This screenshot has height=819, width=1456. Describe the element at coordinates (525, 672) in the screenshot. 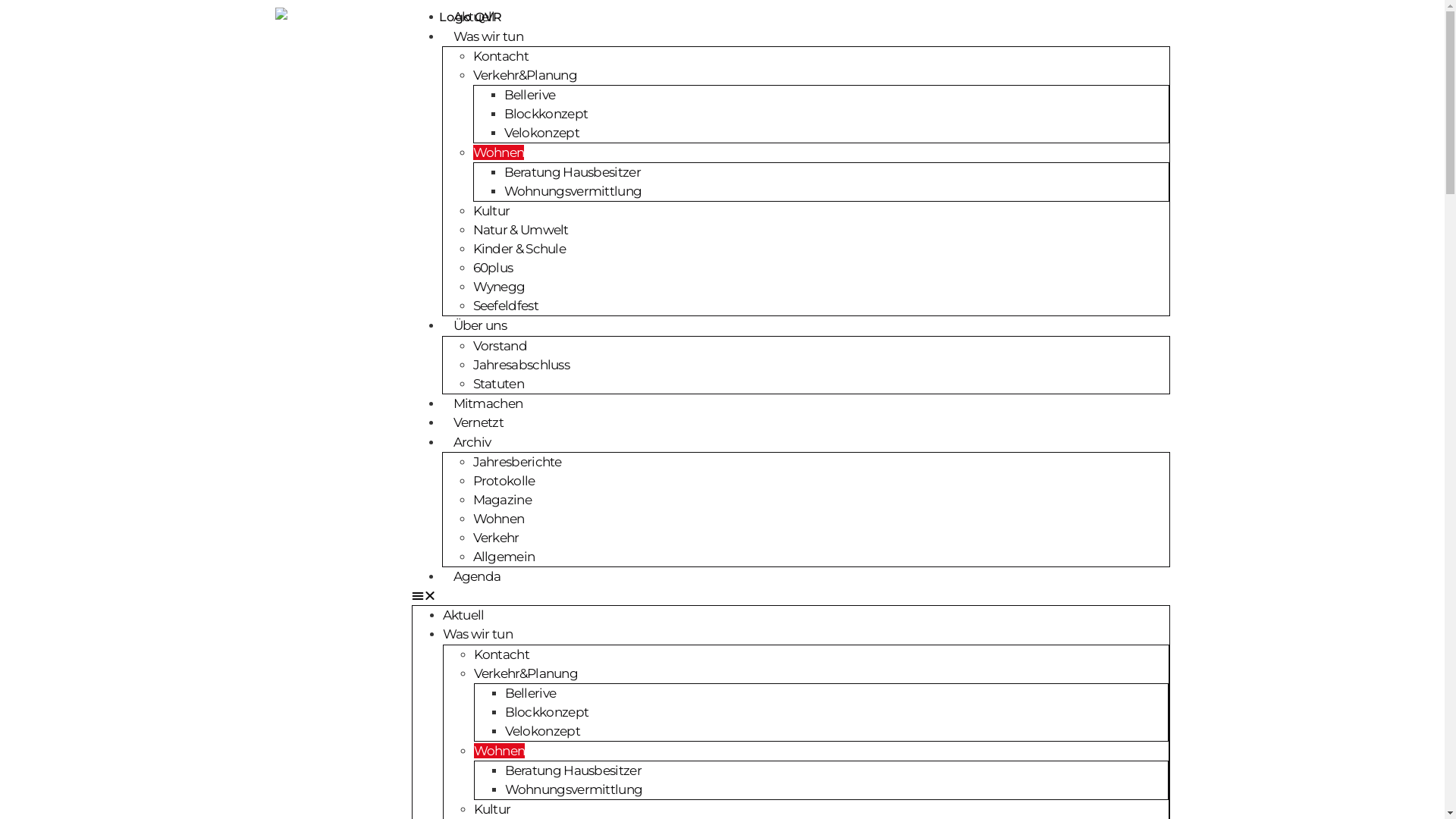

I see `'Verkehr&Planung'` at that location.